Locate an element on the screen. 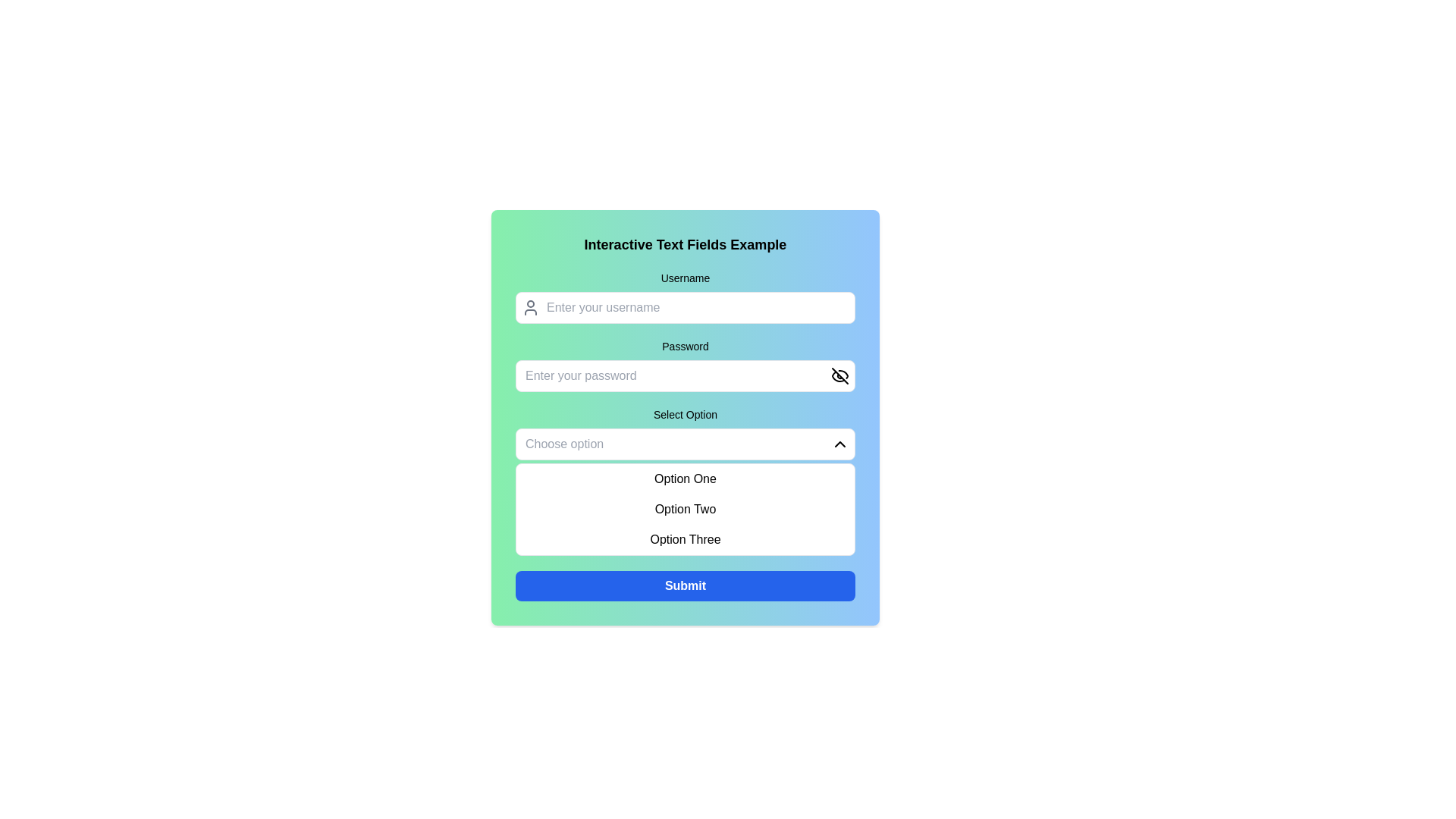  the first selectable option 'Option One' in the dropdown menu located below the 'Select Option' label is located at coordinates (684, 479).